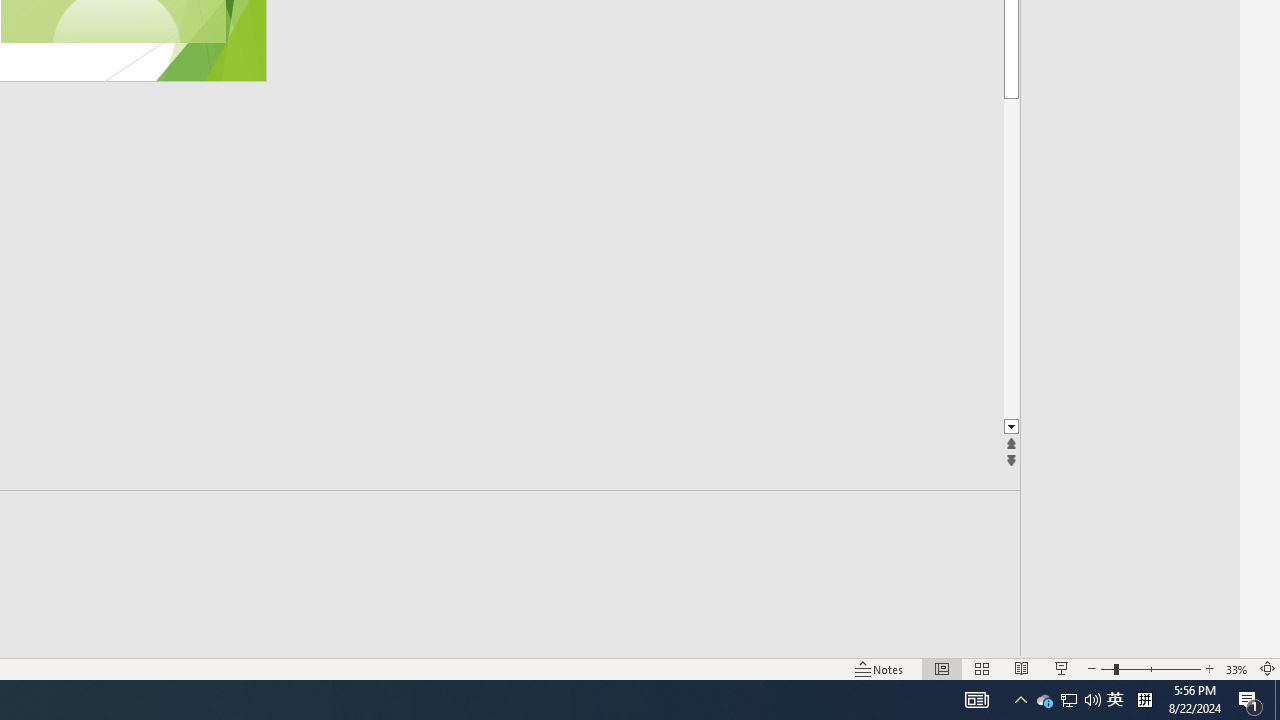  What do you see at coordinates (1266, 669) in the screenshot?
I see `'Zoom to Fit '` at bounding box center [1266, 669].